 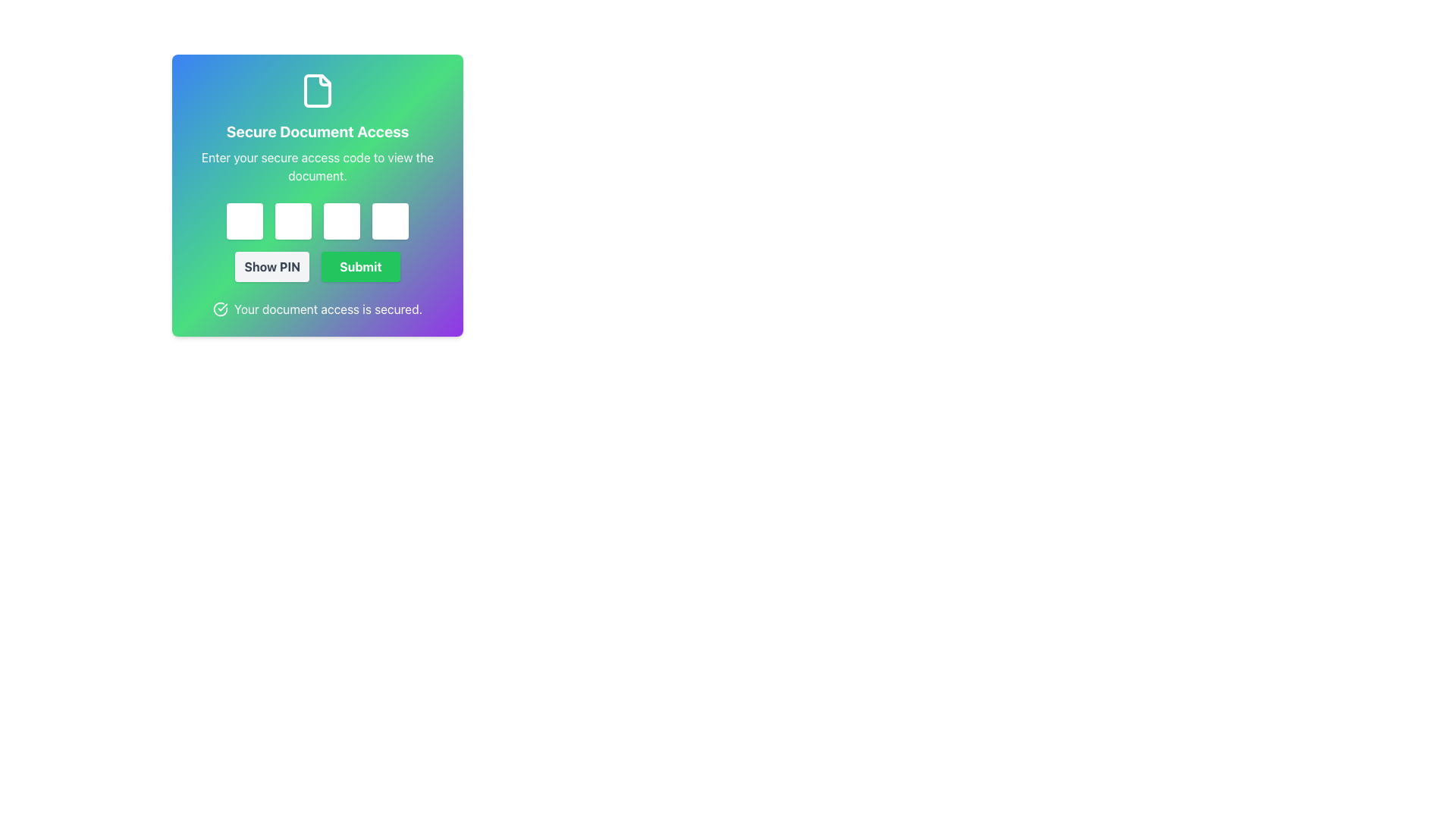 I want to click on the green 'Submit' button with white bold text, located in the lower section of the 'Secure Document Access' panel, so click(x=359, y=265).